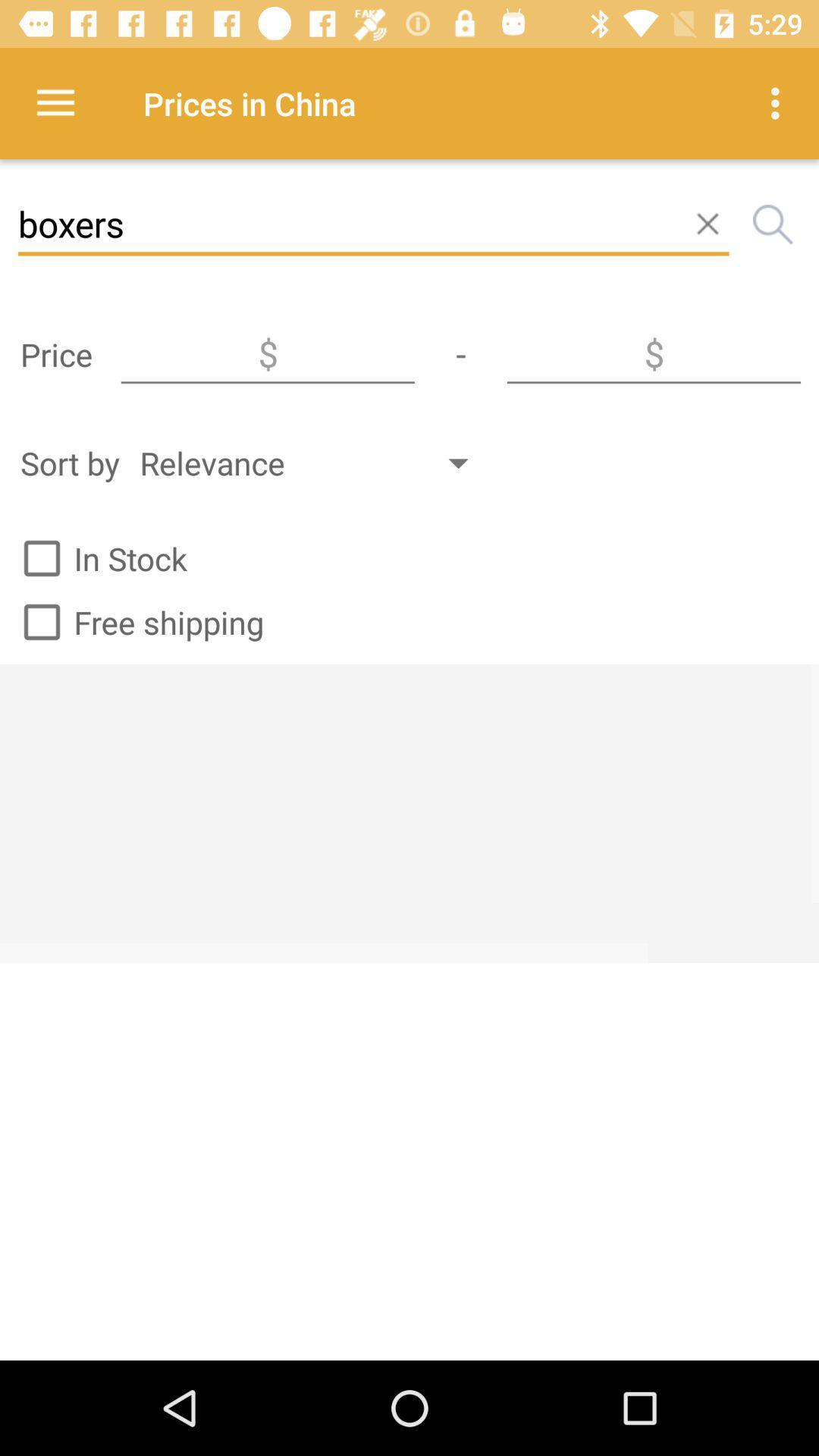  Describe the element at coordinates (653, 353) in the screenshot. I see `max price` at that location.